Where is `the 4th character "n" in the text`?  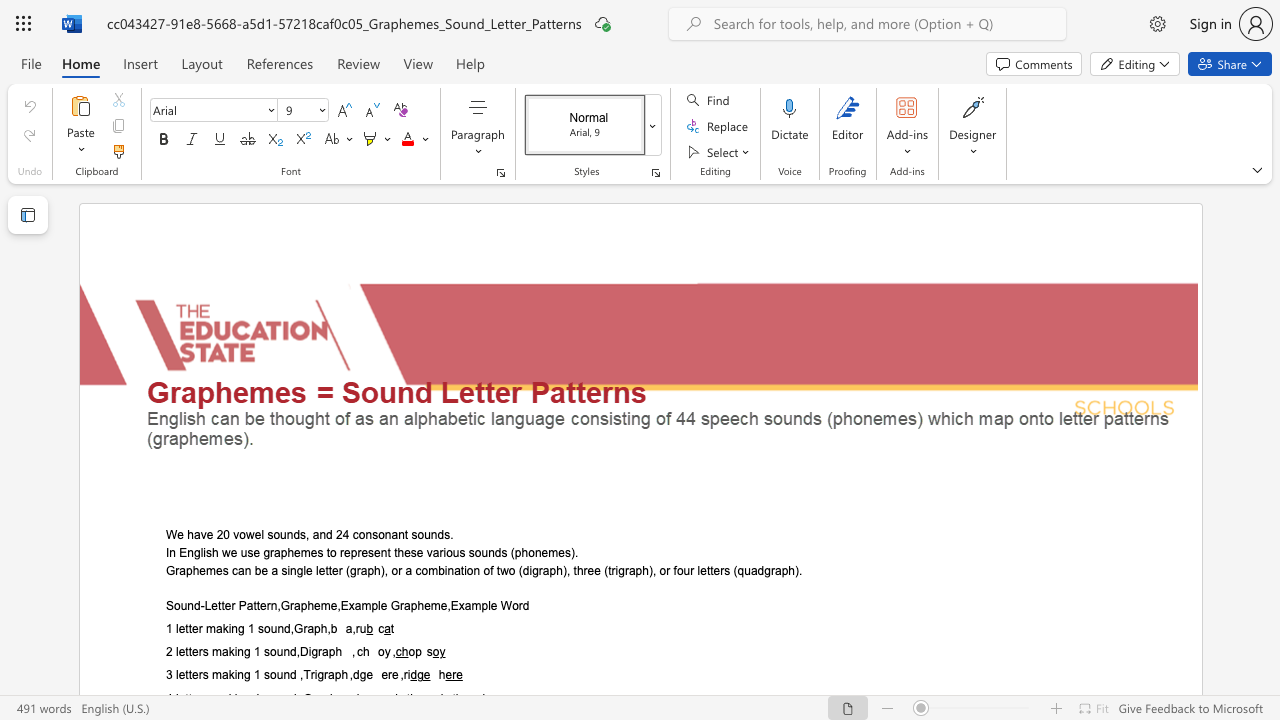
the 4th character "n" in the text is located at coordinates (475, 570).